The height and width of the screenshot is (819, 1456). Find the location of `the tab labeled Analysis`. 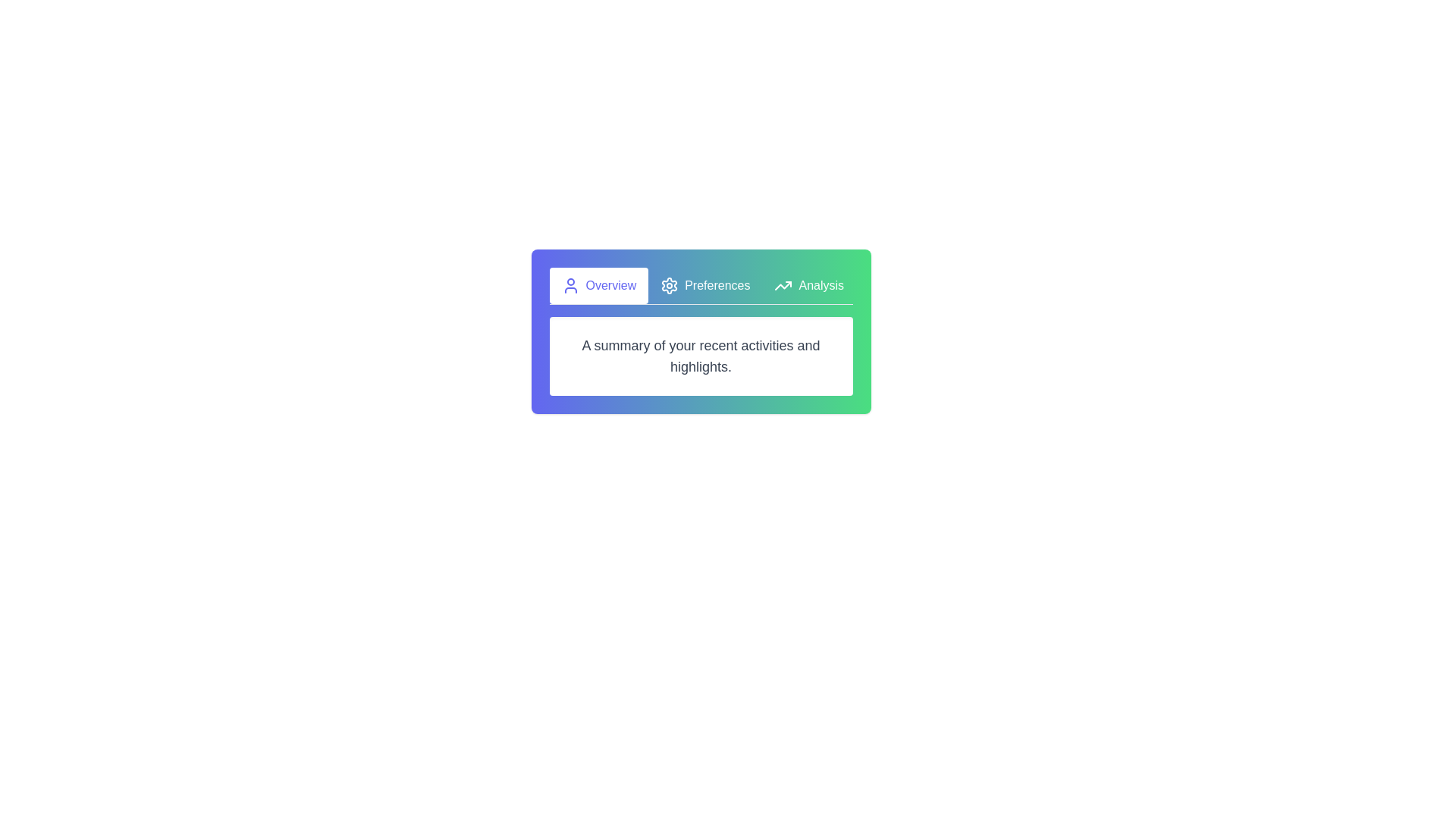

the tab labeled Analysis is located at coordinates (808, 286).